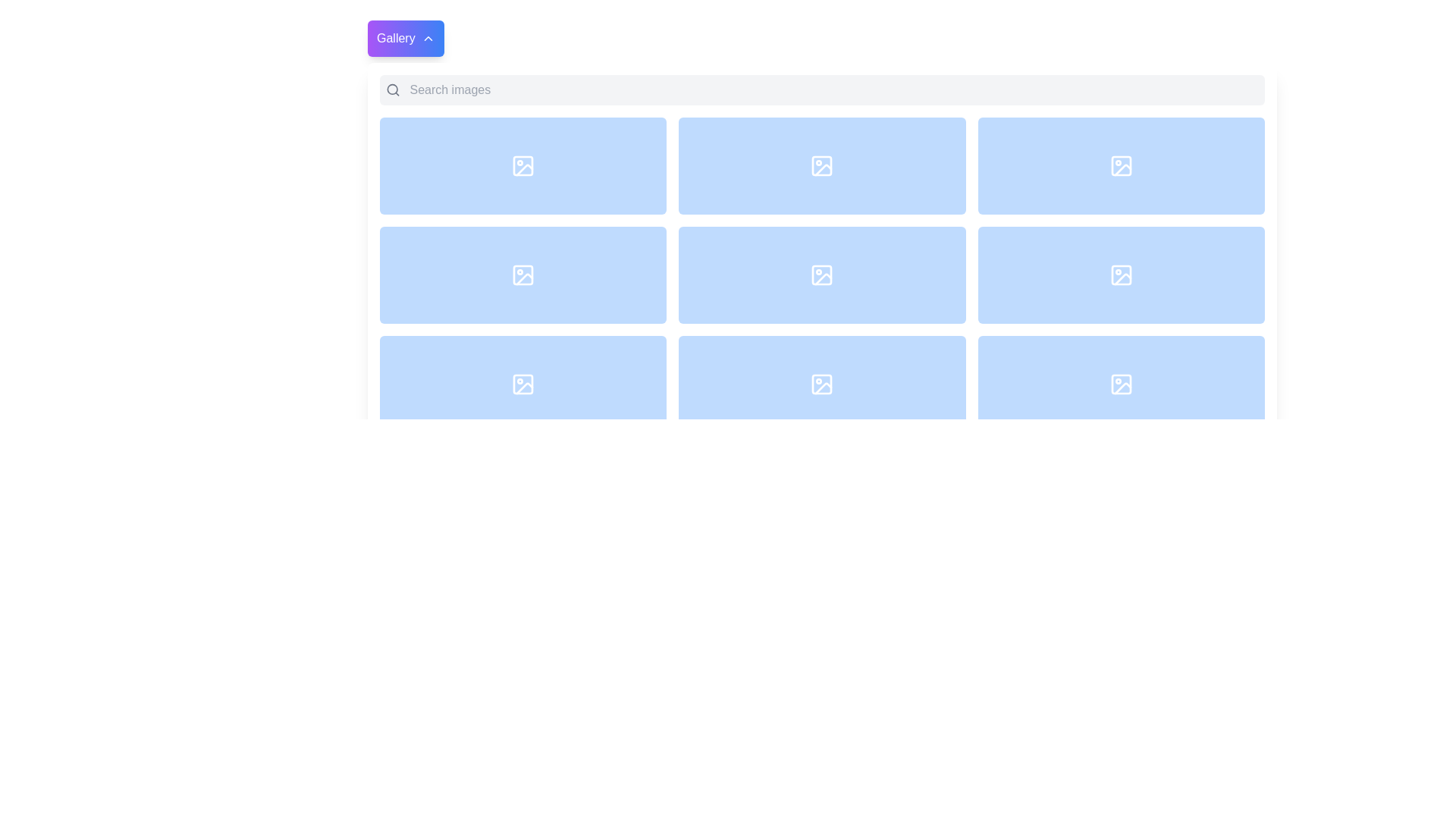 The width and height of the screenshot is (1456, 819). What do you see at coordinates (821, 275) in the screenshot?
I see `the fourth button in the grid layout, which is located in the middle row and second column, designed for actions related to images` at bounding box center [821, 275].